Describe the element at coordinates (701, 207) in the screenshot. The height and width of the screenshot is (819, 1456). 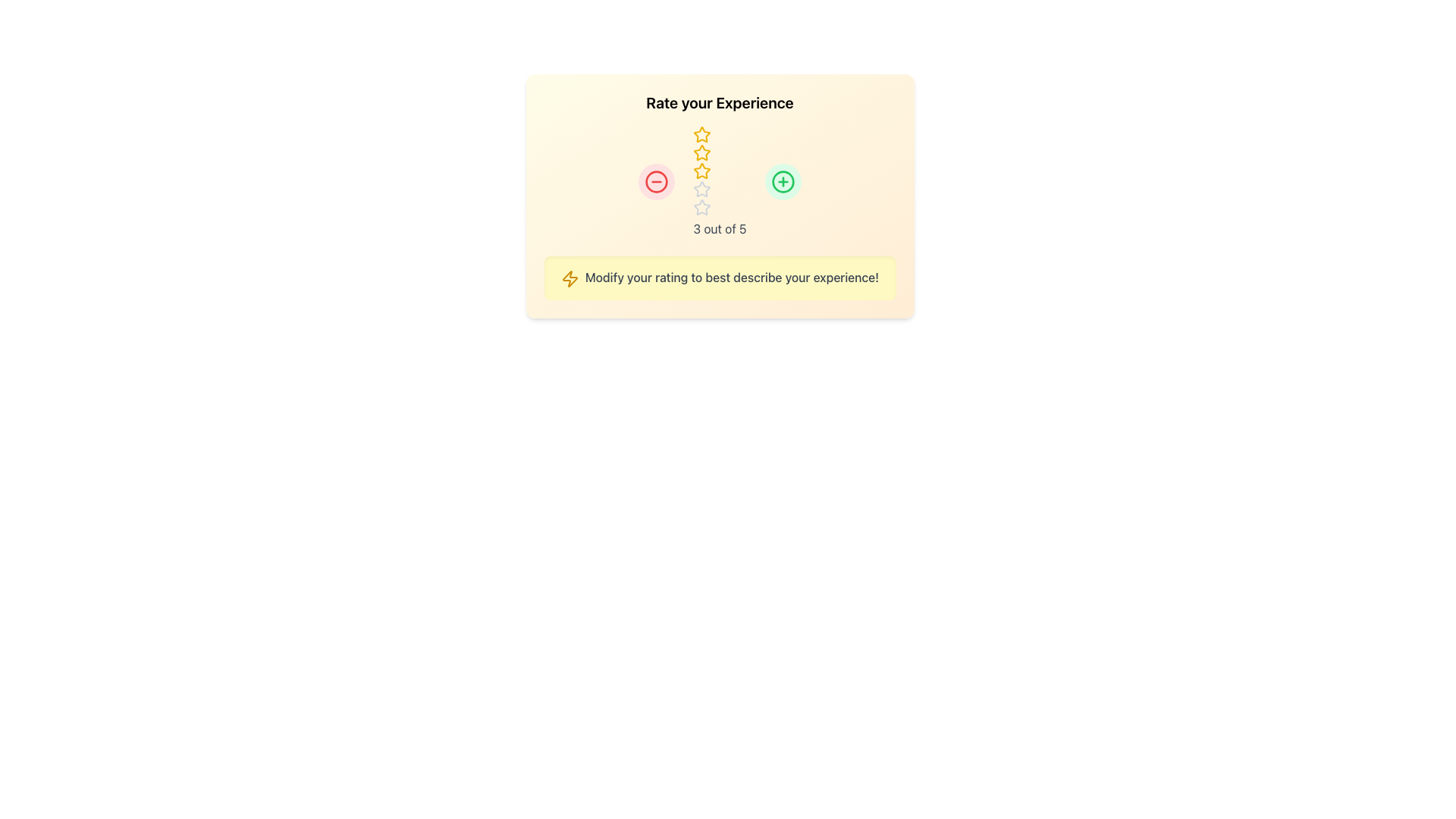
I see `the fifth star-shaped outline icon in the rating system, which is part of the 'Rate your Experience' section` at that location.